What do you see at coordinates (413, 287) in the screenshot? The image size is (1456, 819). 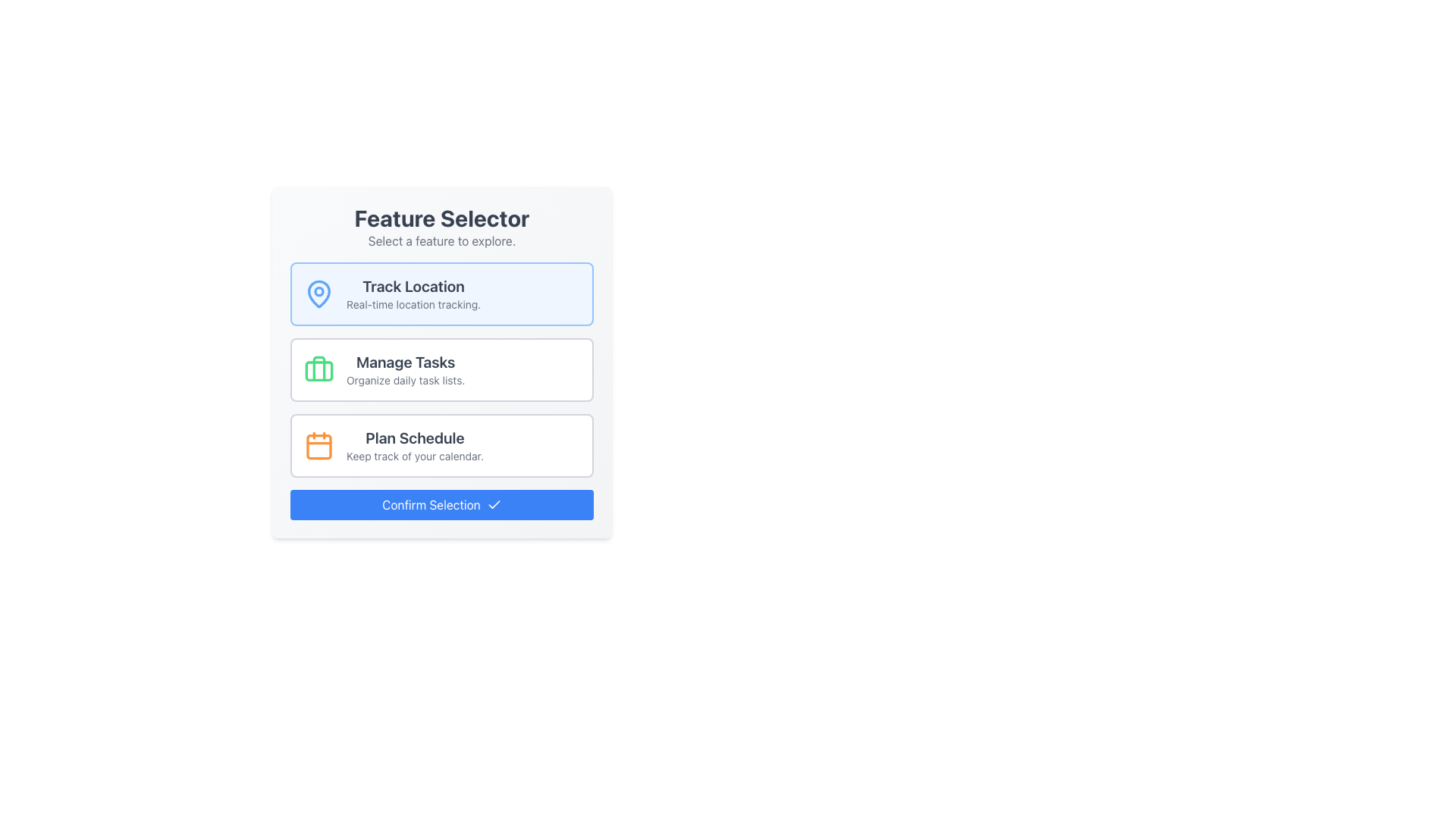 I see `displayed text of the primary text label for the 'Track Location' functionality, which is located at the top of its section above the smaller descriptive text 'Real-time location tracking.'` at bounding box center [413, 287].